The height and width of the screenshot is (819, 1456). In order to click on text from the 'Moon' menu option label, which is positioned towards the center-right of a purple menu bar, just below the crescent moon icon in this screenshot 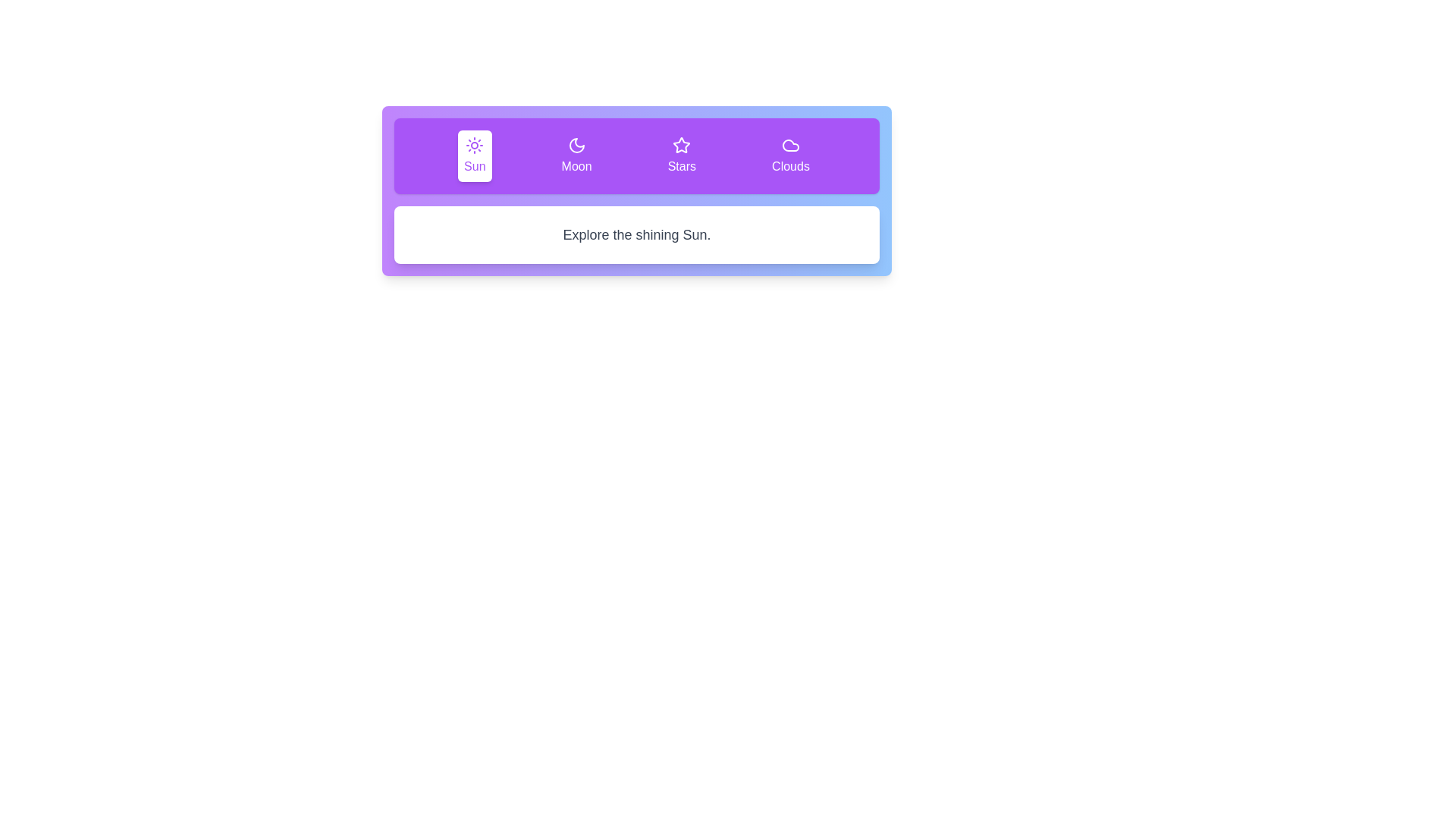, I will do `click(576, 166)`.